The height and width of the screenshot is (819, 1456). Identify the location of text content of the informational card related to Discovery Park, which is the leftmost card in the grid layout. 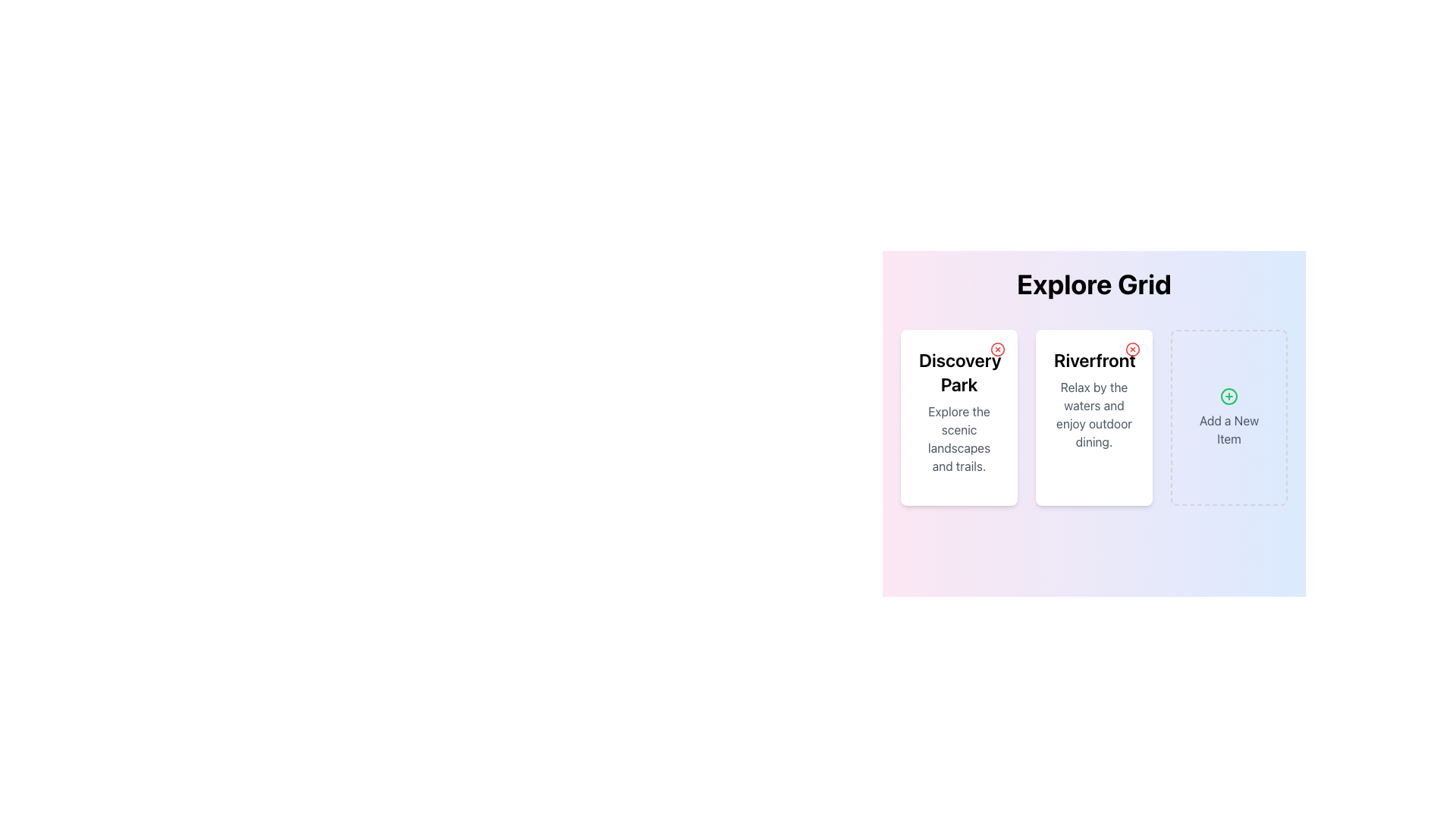
(959, 418).